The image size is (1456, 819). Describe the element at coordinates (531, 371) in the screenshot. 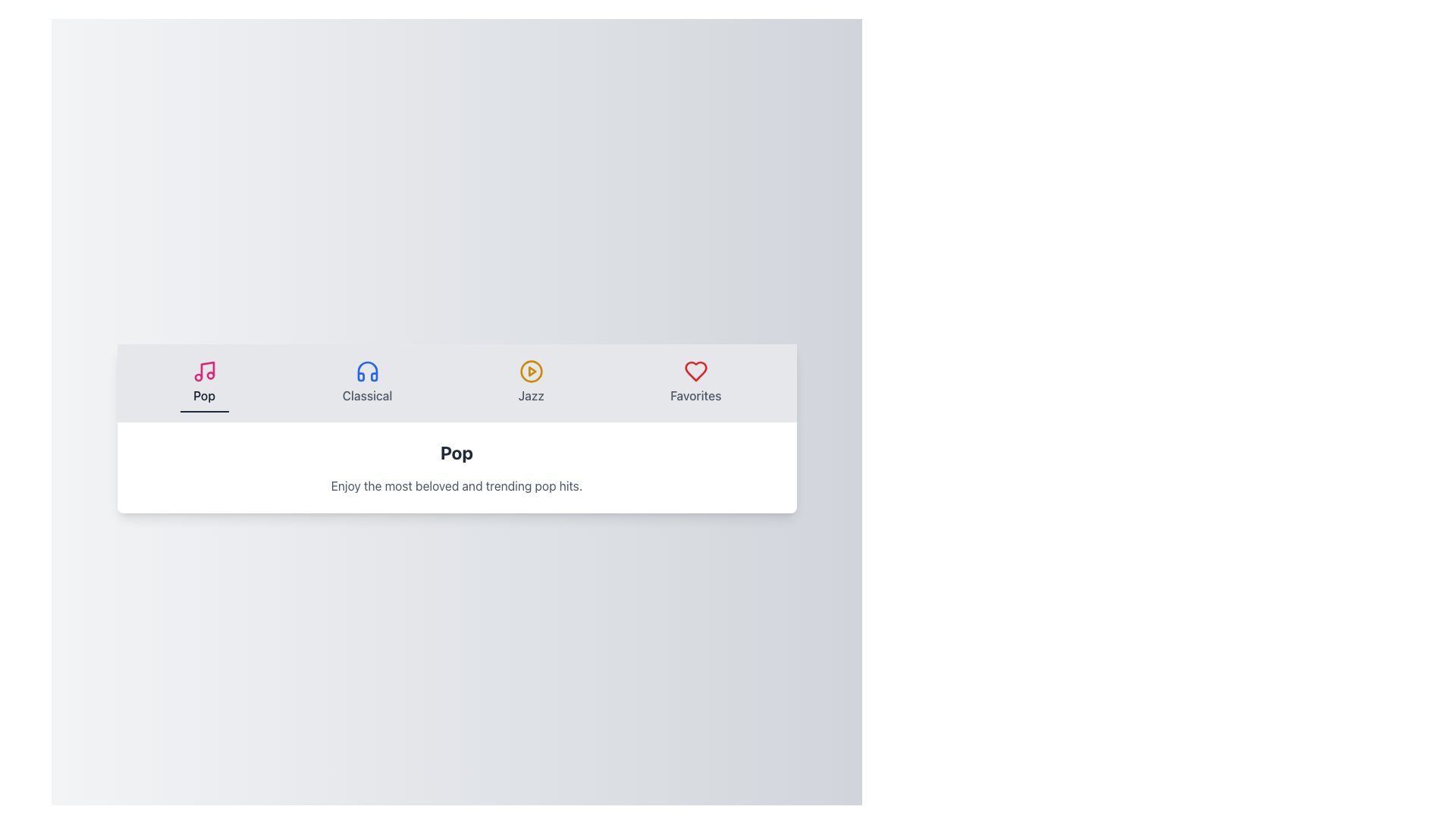

I see `the circular button with a white background and yellow border featuring a play icon` at that location.